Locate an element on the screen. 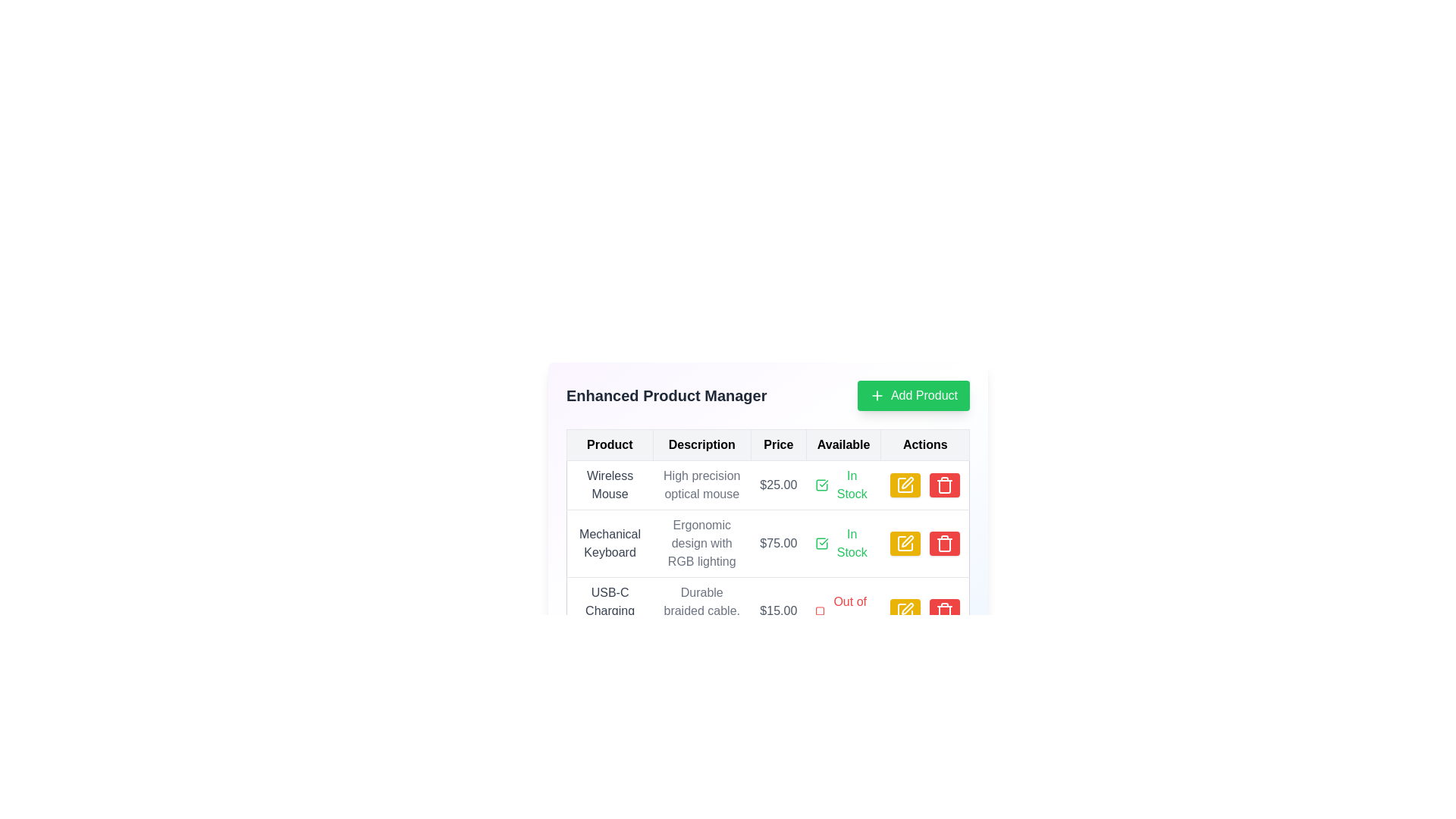  the Table Header Row, which provides categorical titles for the data rows below it, helping users understand the contents of each column is located at coordinates (767, 444).